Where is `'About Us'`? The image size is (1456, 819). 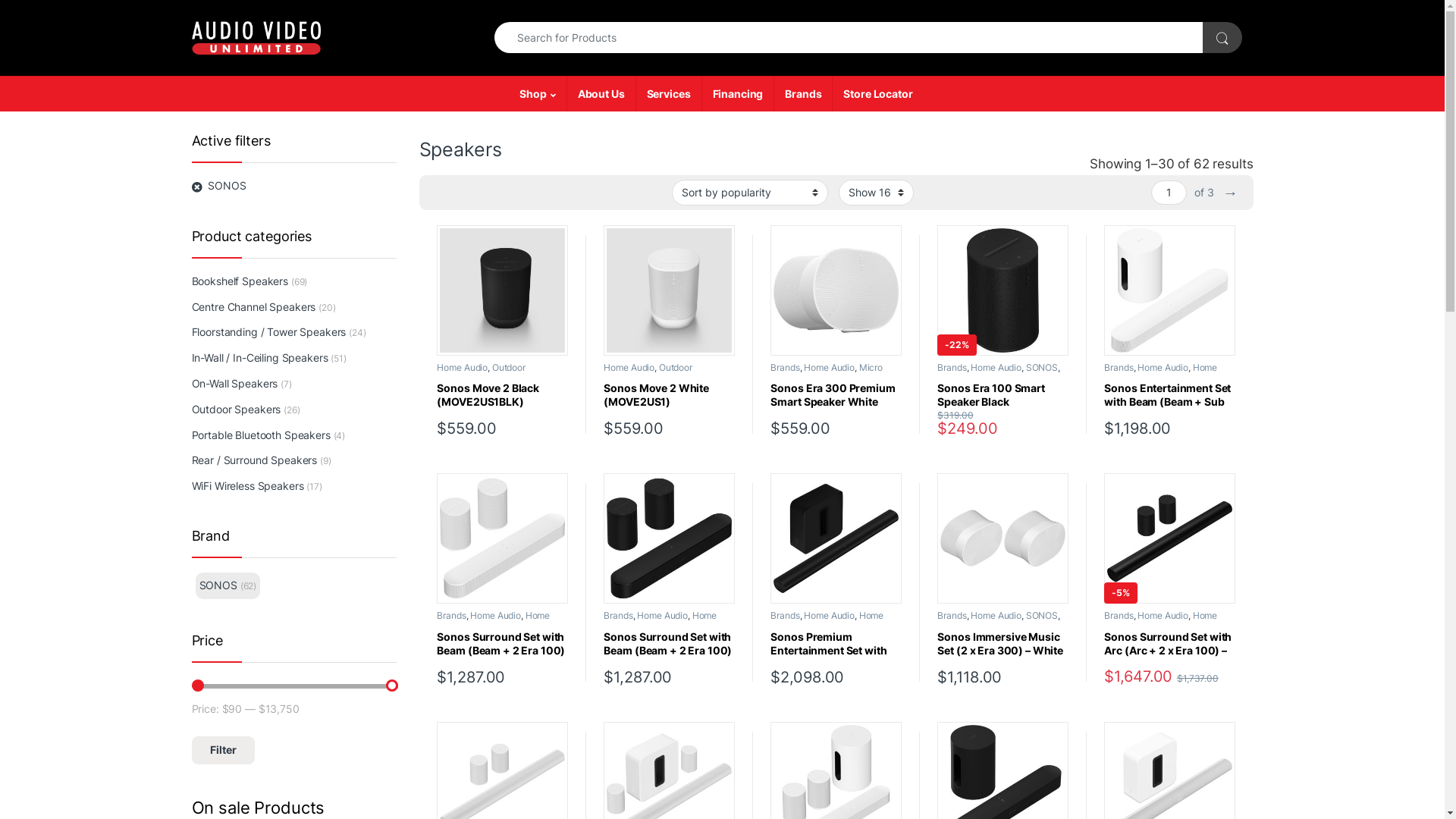
'About Us' is located at coordinates (566, 93).